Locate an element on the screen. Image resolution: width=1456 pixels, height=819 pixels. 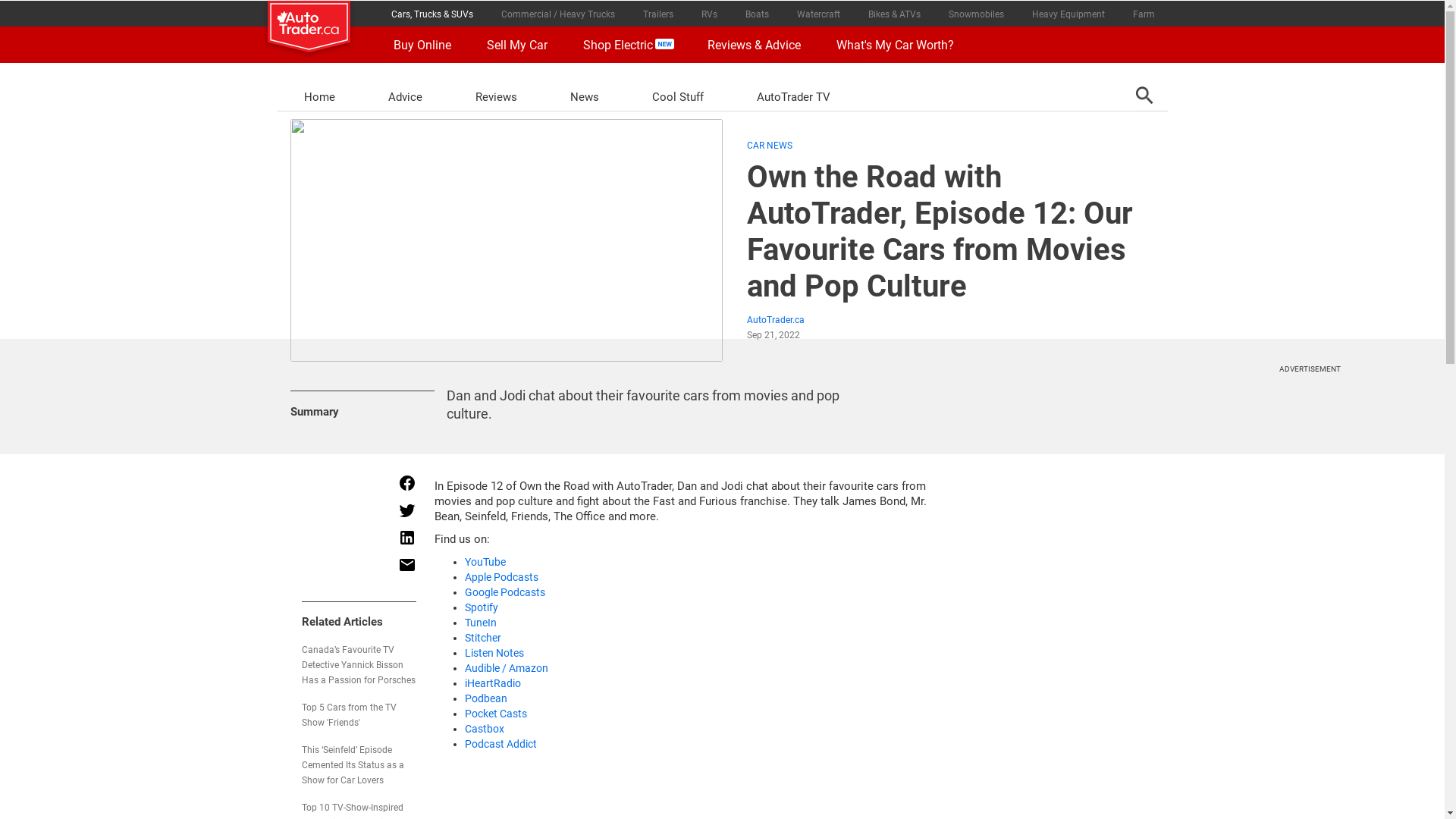
'Stitcher' is located at coordinates (481, 637).